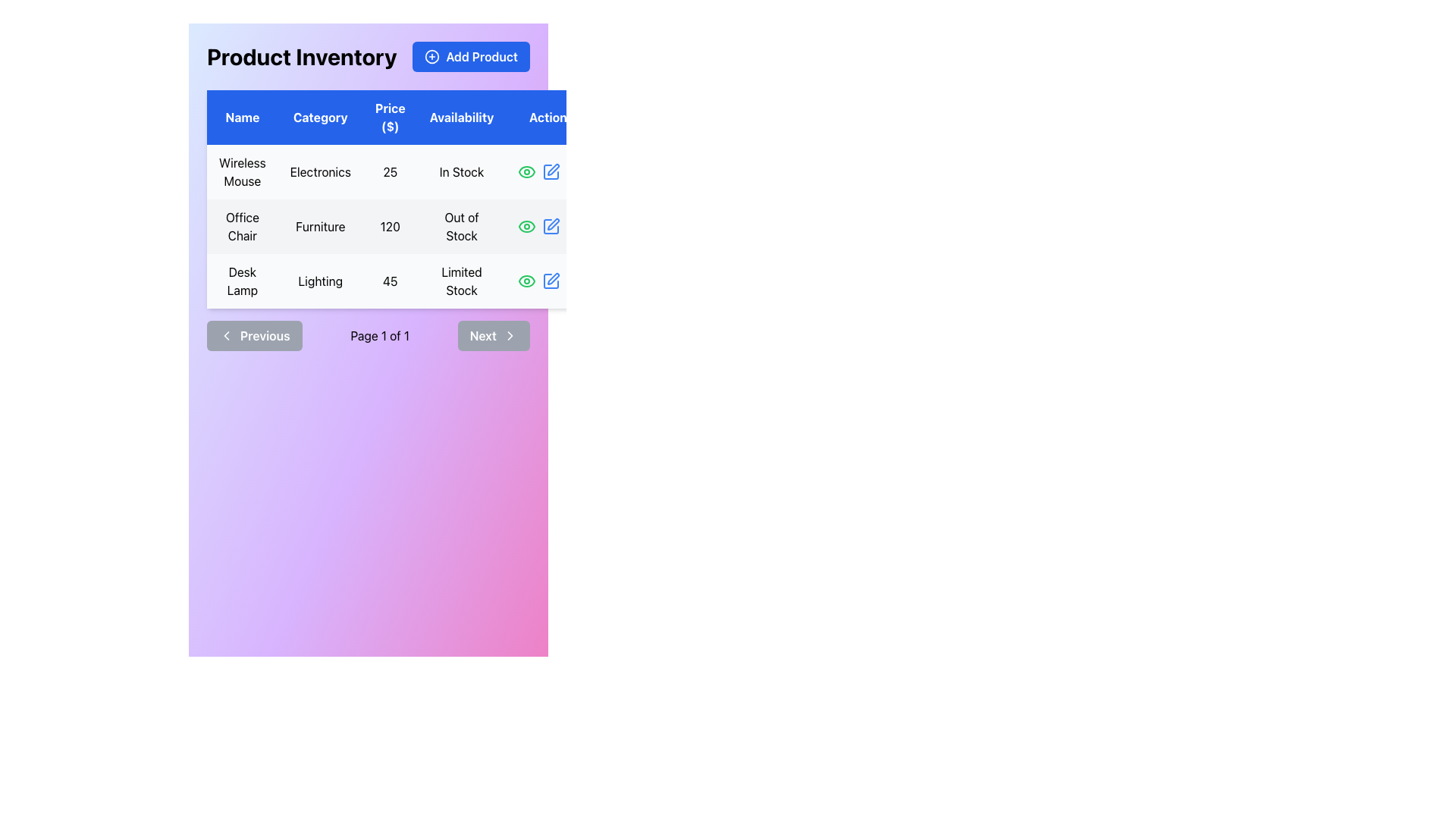  Describe the element at coordinates (527, 171) in the screenshot. I see `the Icon Button located under the 'Actions' column in the first row of the table` at that location.